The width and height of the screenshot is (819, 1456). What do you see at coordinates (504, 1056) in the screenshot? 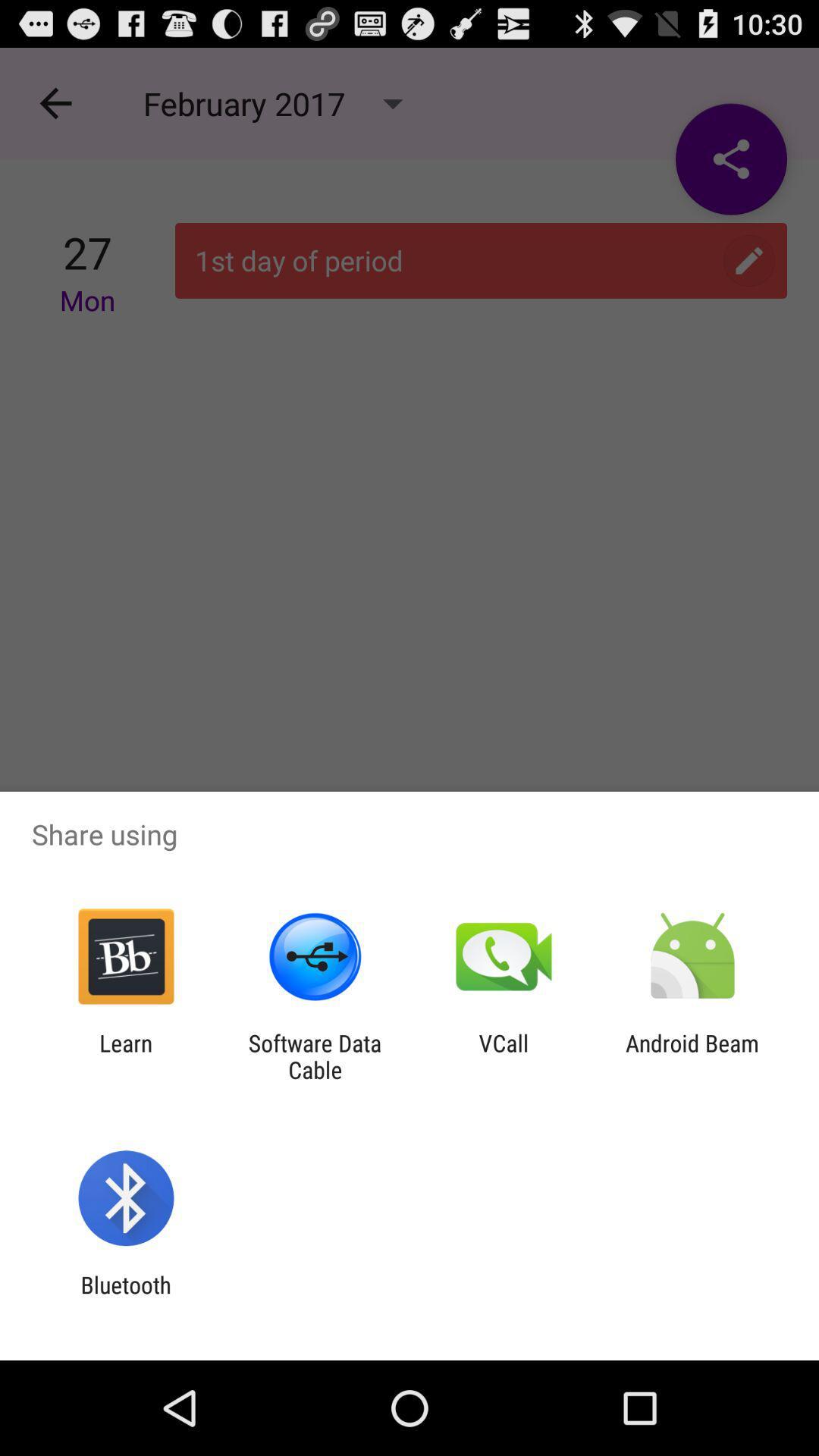
I see `the icon next to the software data cable icon` at bounding box center [504, 1056].